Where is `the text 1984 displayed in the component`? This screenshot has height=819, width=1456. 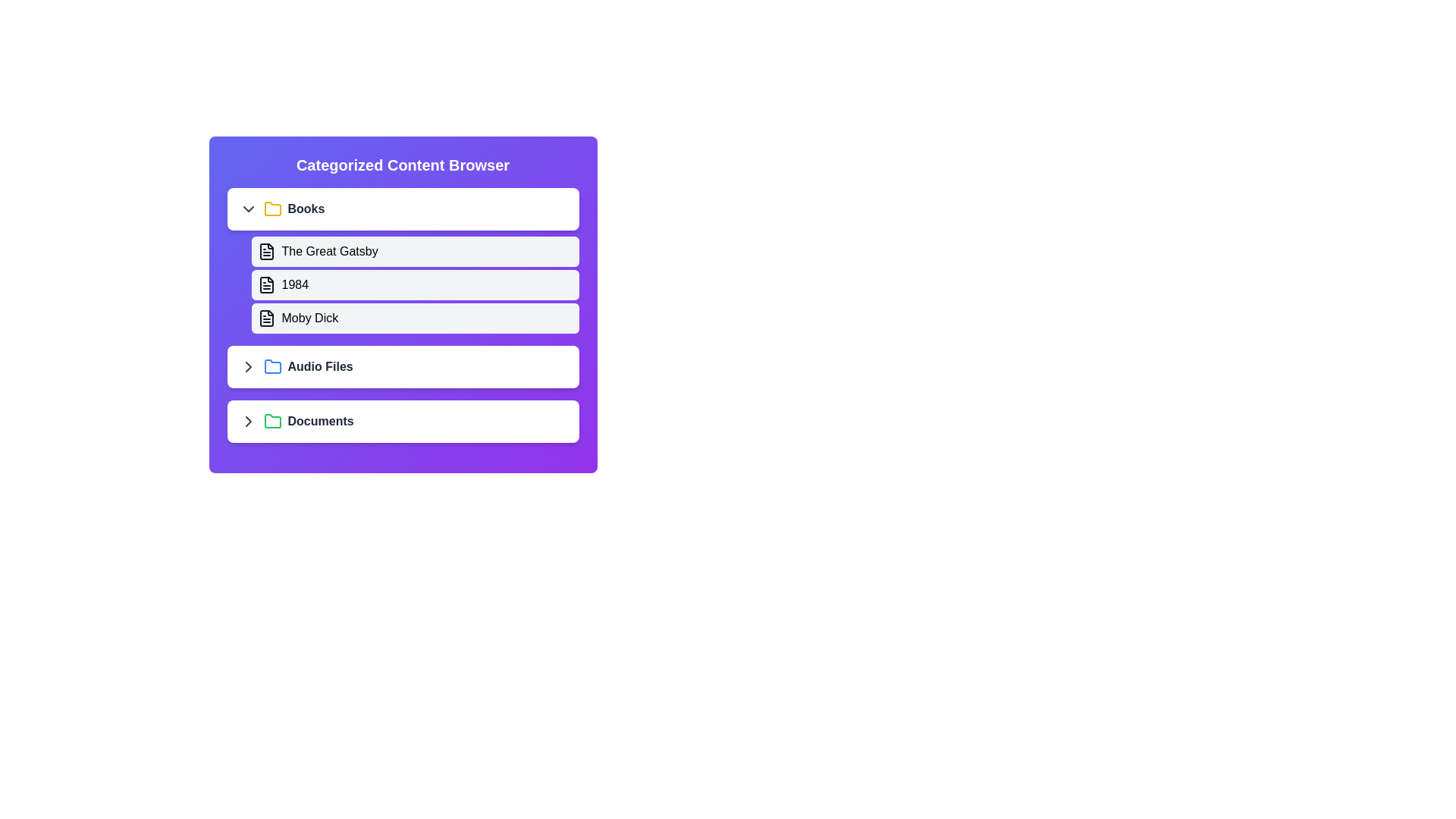
the text 1984 displayed in the component is located at coordinates (294, 284).